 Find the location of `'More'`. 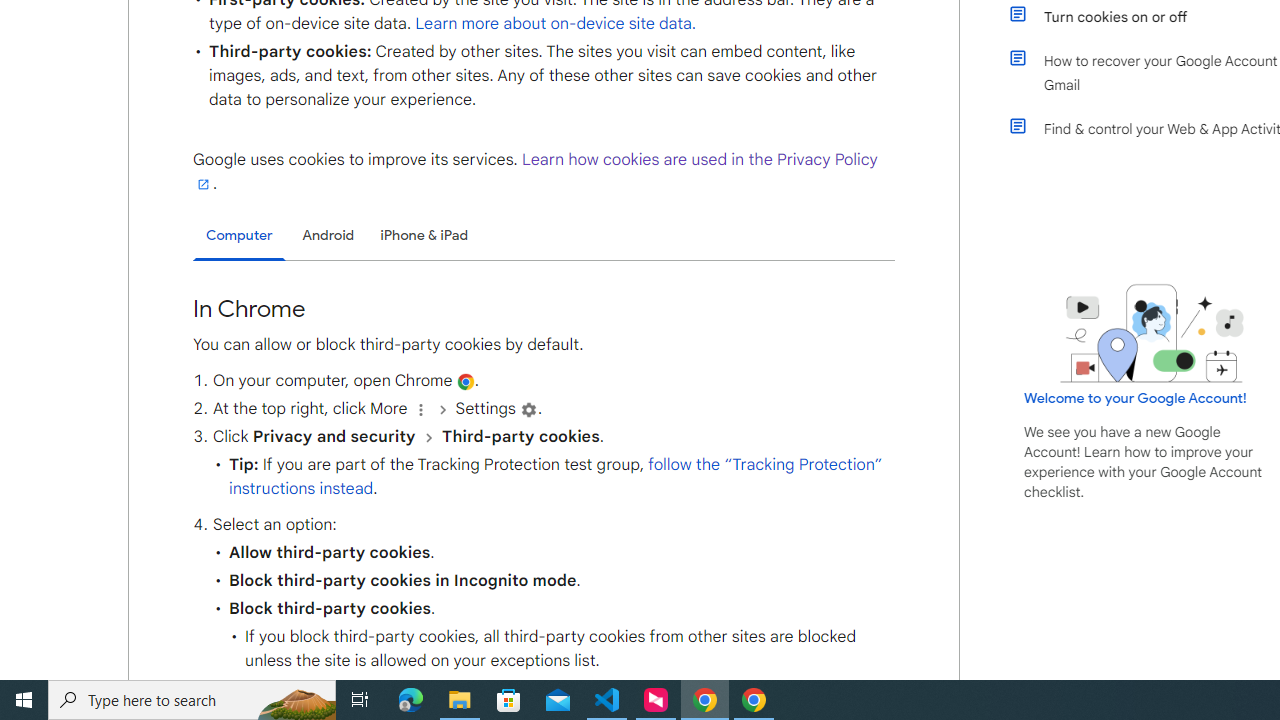

'More' is located at coordinates (419, 408).